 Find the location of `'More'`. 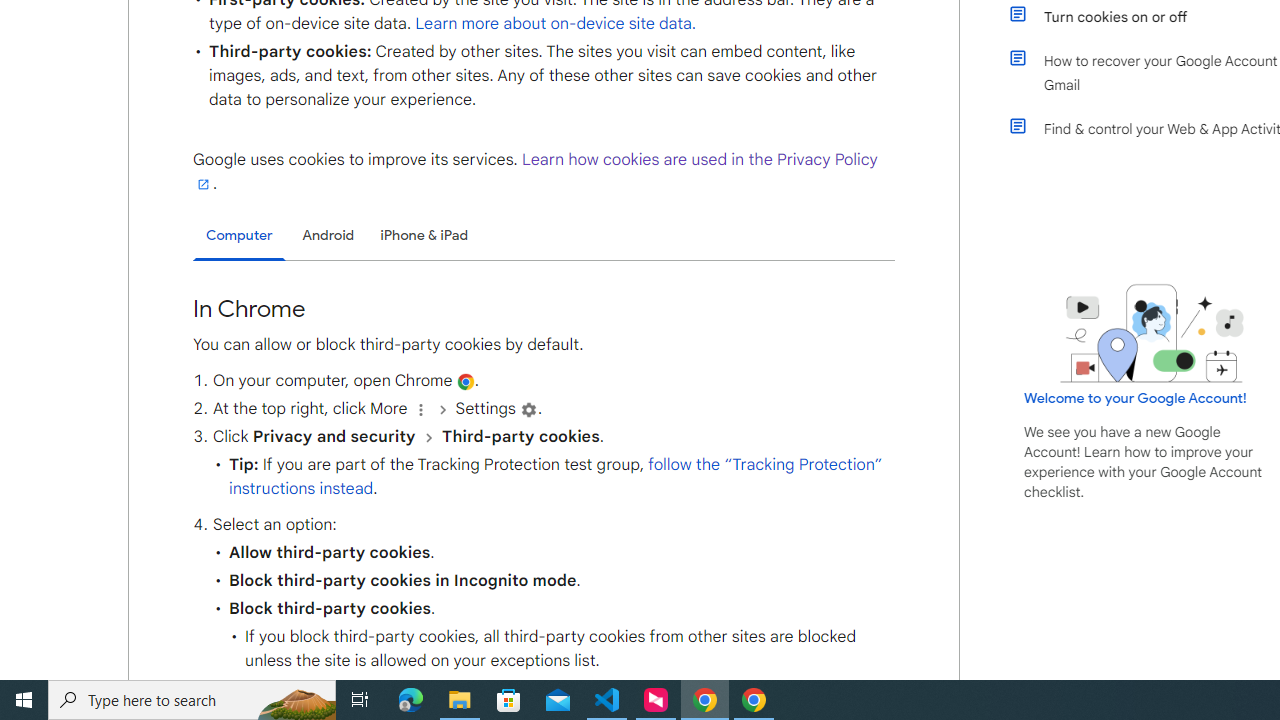

'More' is located at coordinates (419, 408).